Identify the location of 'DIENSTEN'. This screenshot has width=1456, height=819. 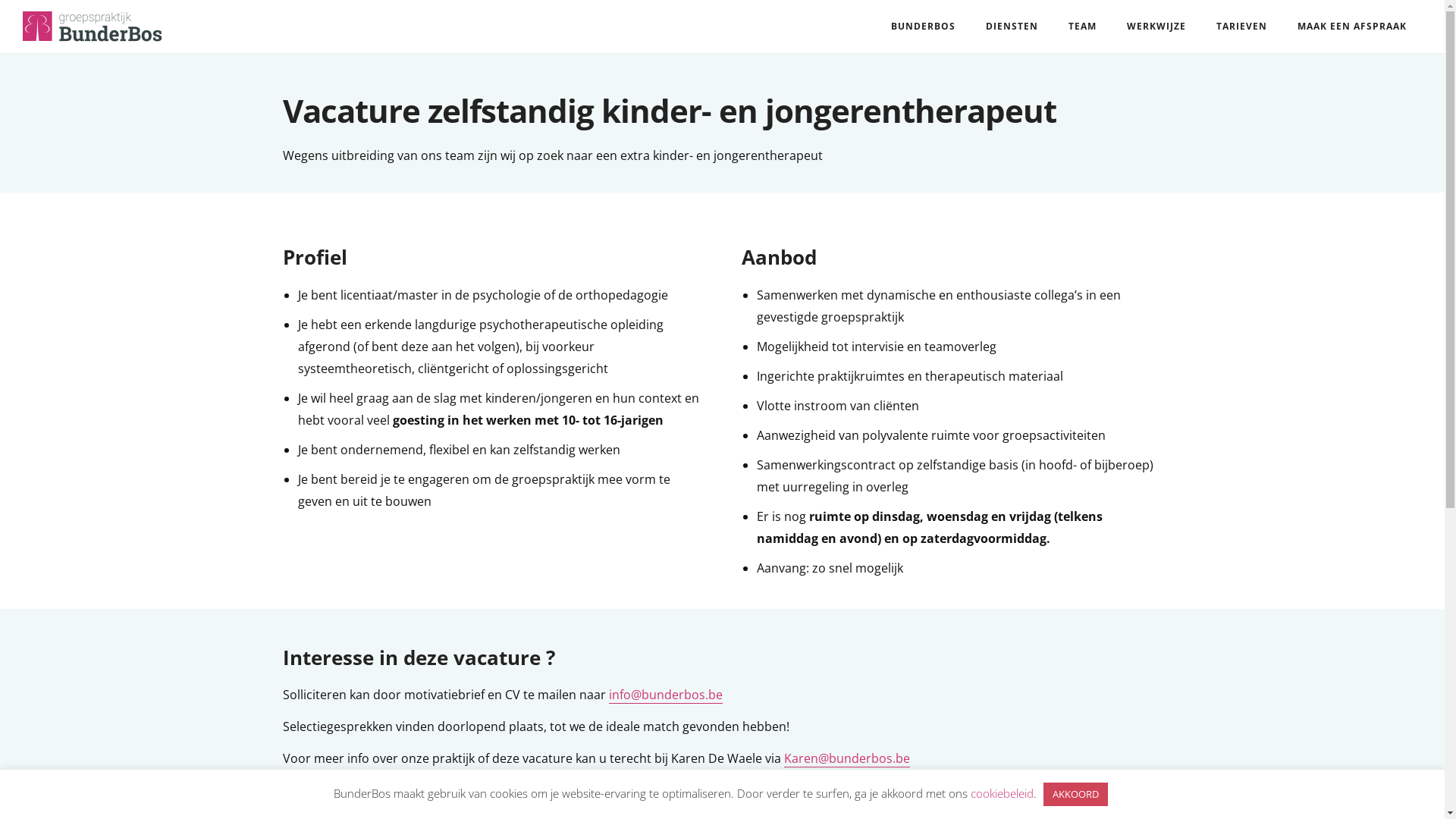
(971, 26).